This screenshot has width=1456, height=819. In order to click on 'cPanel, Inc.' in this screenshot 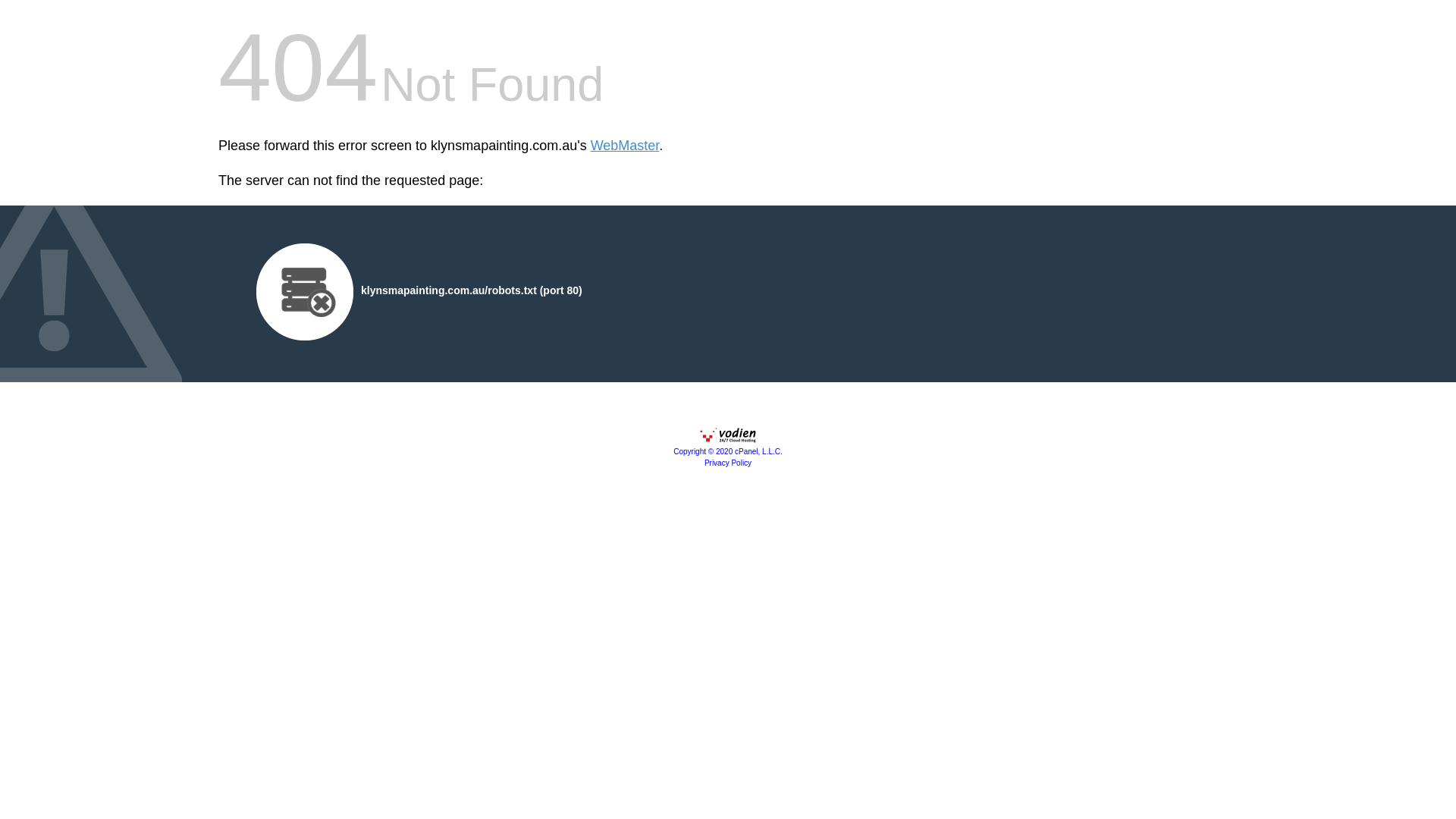, I will do `click(728, 438)`.